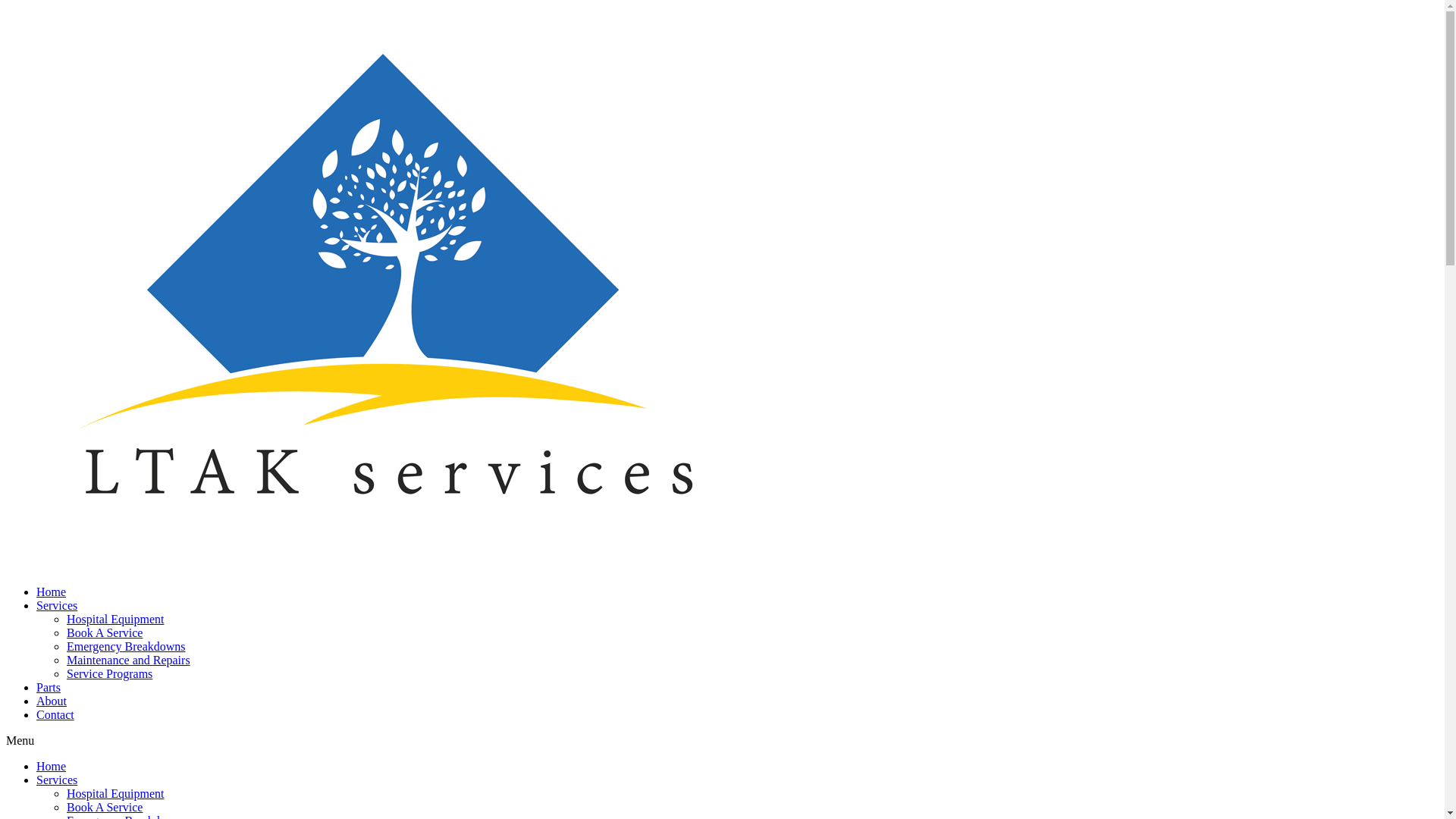 Image resolution: width=1456 pixels, height=819 pixels. What do you see at coordinates (65, 646) in the screenshot?
I see `'Emergency Breakdowns'` at bounding box center [65, 646].